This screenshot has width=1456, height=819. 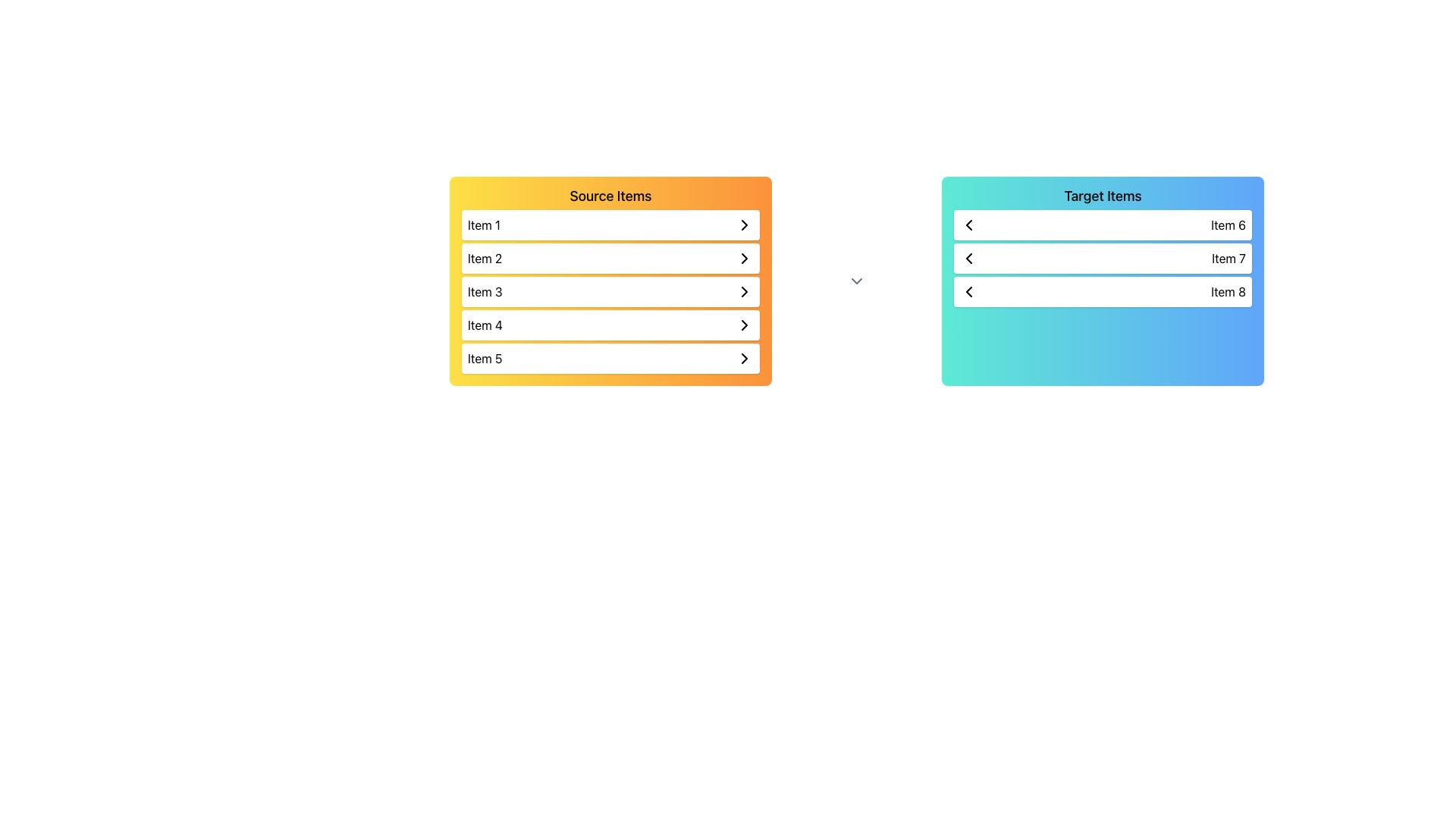 What do you see at coordinates (1103, 292) in the screenshot?
I see `the third item in the 'Target Items' group, which represents 'Item 8'` at bounding box center [1103, 292].